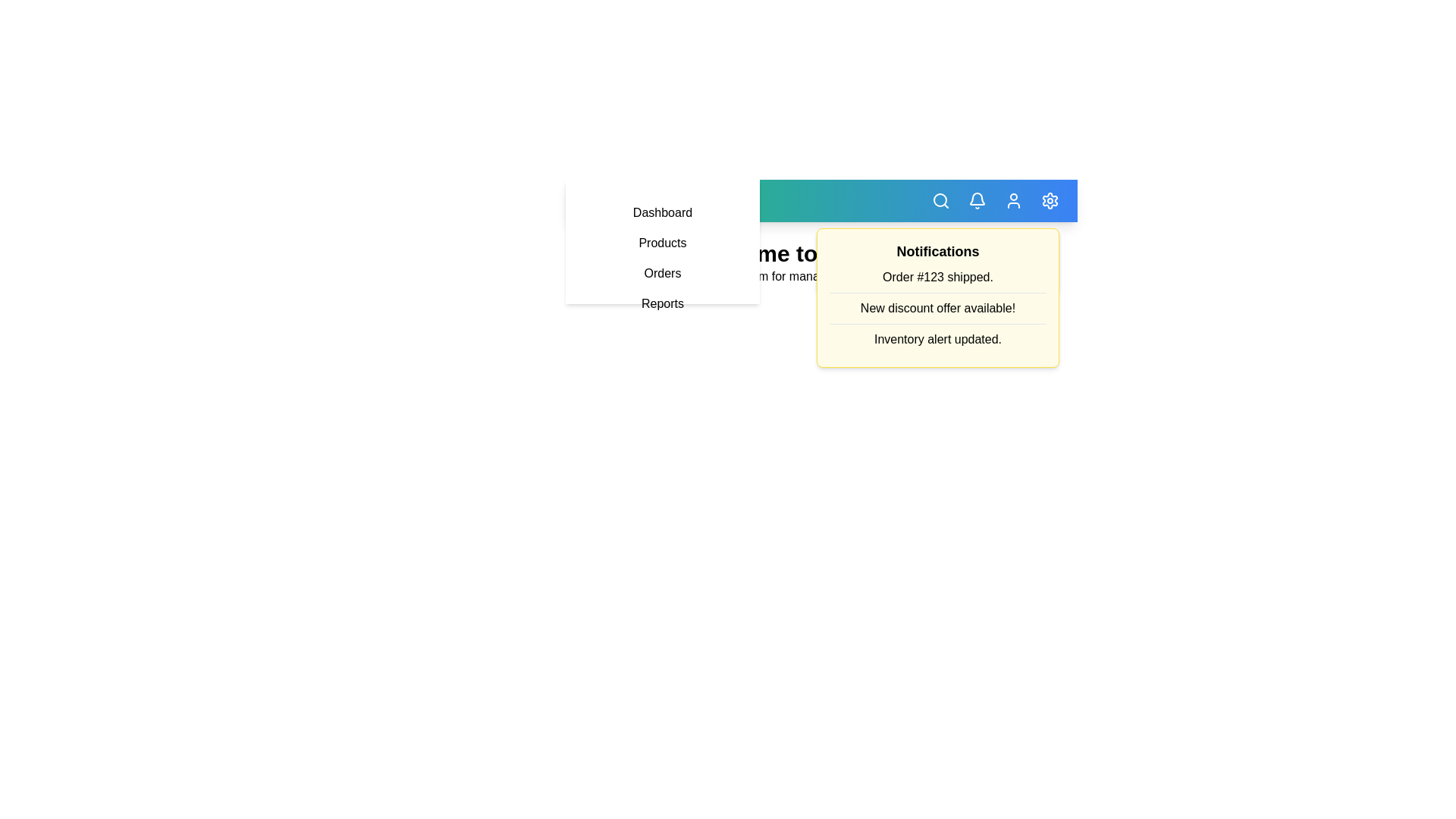 Image resolution: width=1456 pixels, height=819 pixels. What do you see at coordinates (937, 308) in the screenshot?
I see `the notification text label that reads 'New discount offer available!'` at bounding box center [937, 308].